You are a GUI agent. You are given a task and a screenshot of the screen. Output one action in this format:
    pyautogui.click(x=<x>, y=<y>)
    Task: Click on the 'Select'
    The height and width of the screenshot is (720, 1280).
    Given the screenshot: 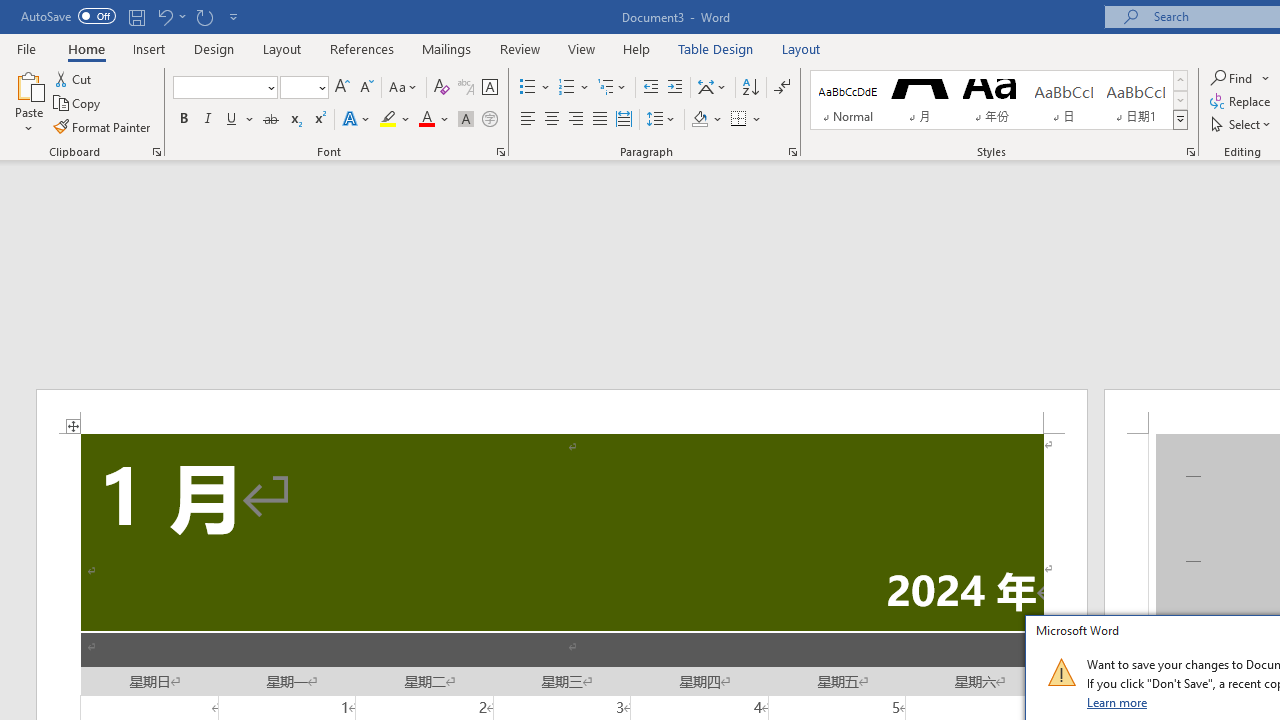 What is the action you would take?
    pyautogui.click(x=1241, y=124)
    